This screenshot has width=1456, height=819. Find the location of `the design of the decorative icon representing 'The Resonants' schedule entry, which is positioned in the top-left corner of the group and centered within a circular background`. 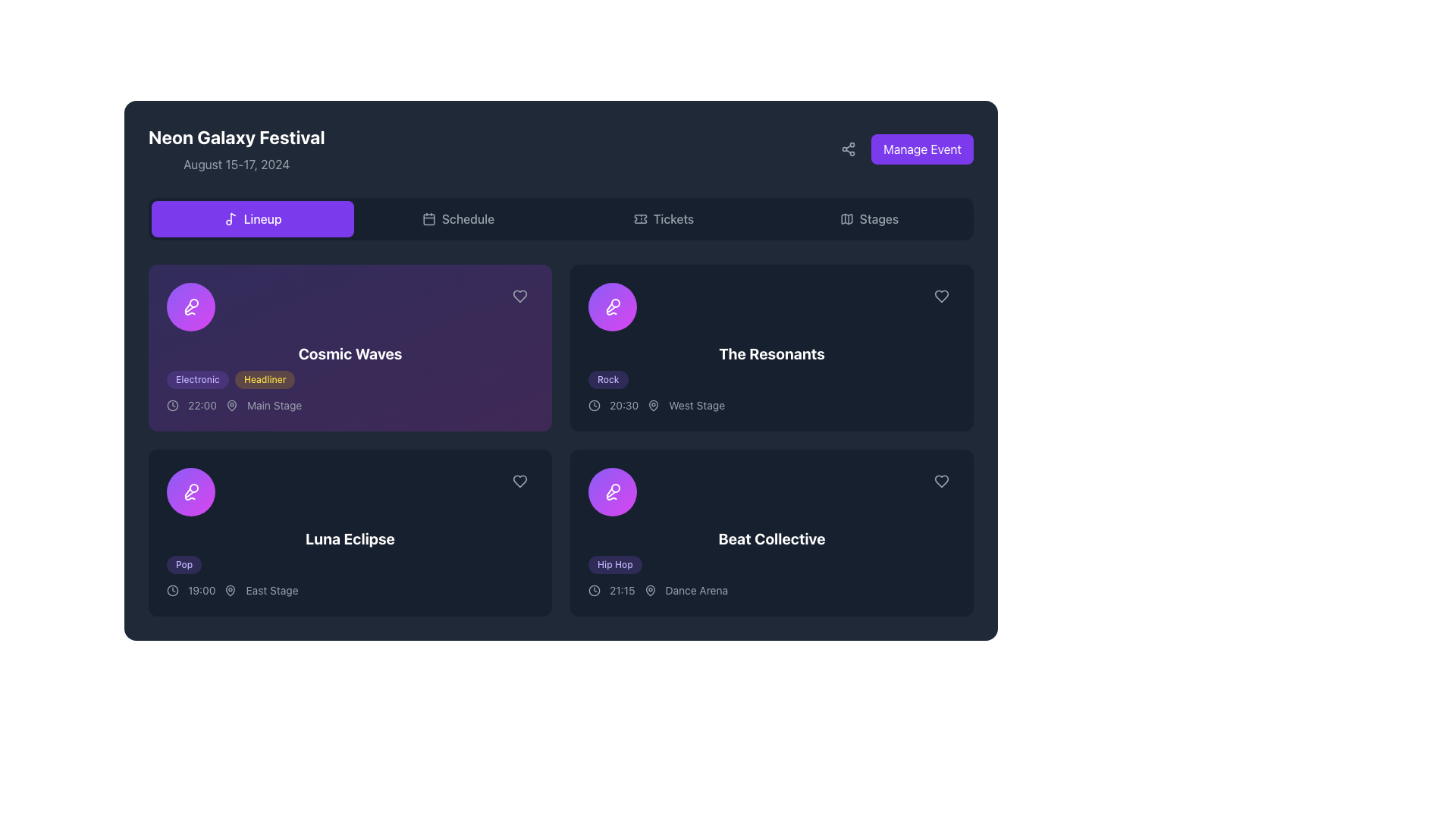

the design of the decorative icon representing 'The Resonants' schedule entry, which is positioned in the top-left corner of the group and centered within a circular background is located at coordinates (612, 491).